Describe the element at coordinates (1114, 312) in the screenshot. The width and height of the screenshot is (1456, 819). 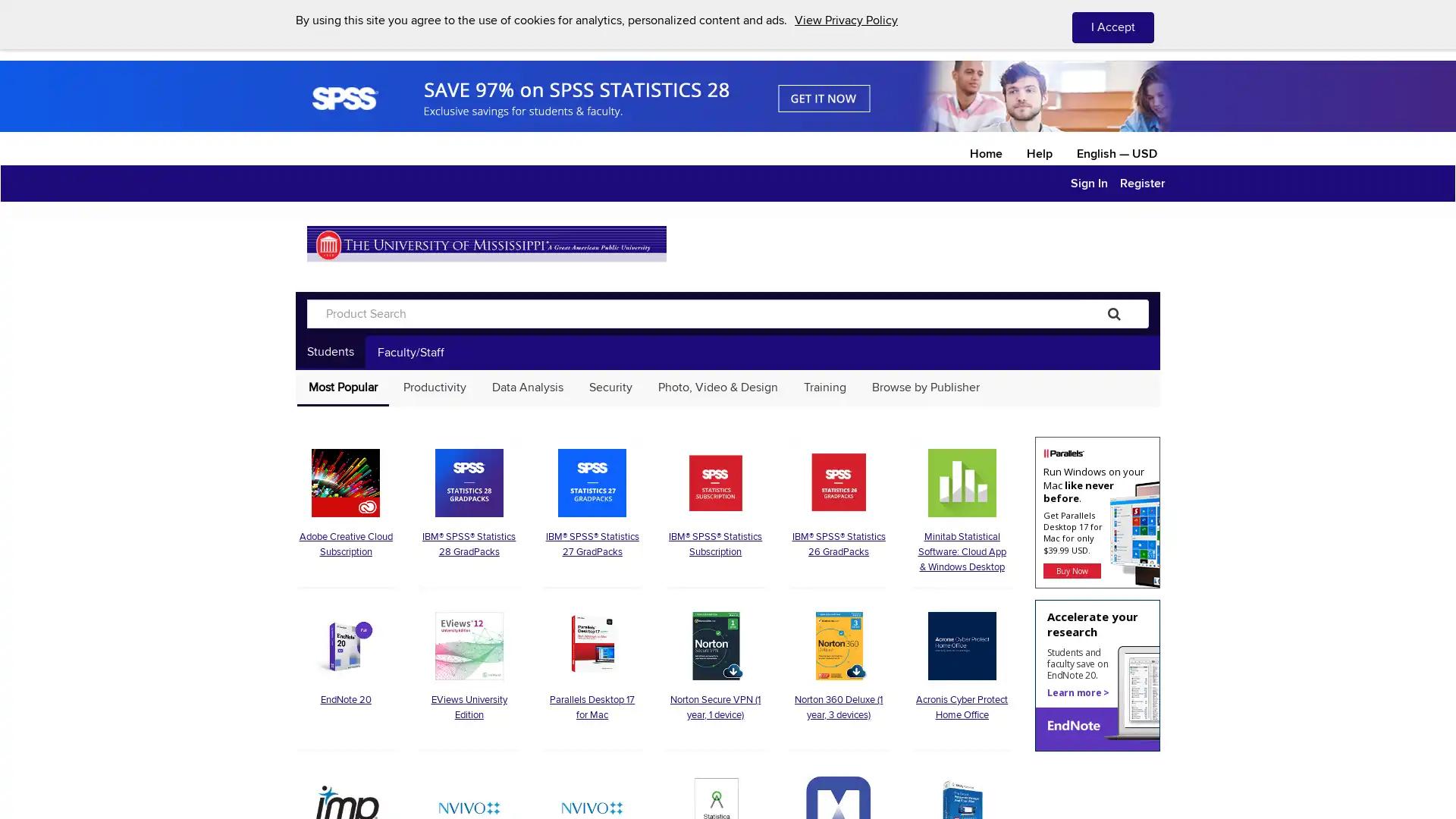
I see `Search` at that location.